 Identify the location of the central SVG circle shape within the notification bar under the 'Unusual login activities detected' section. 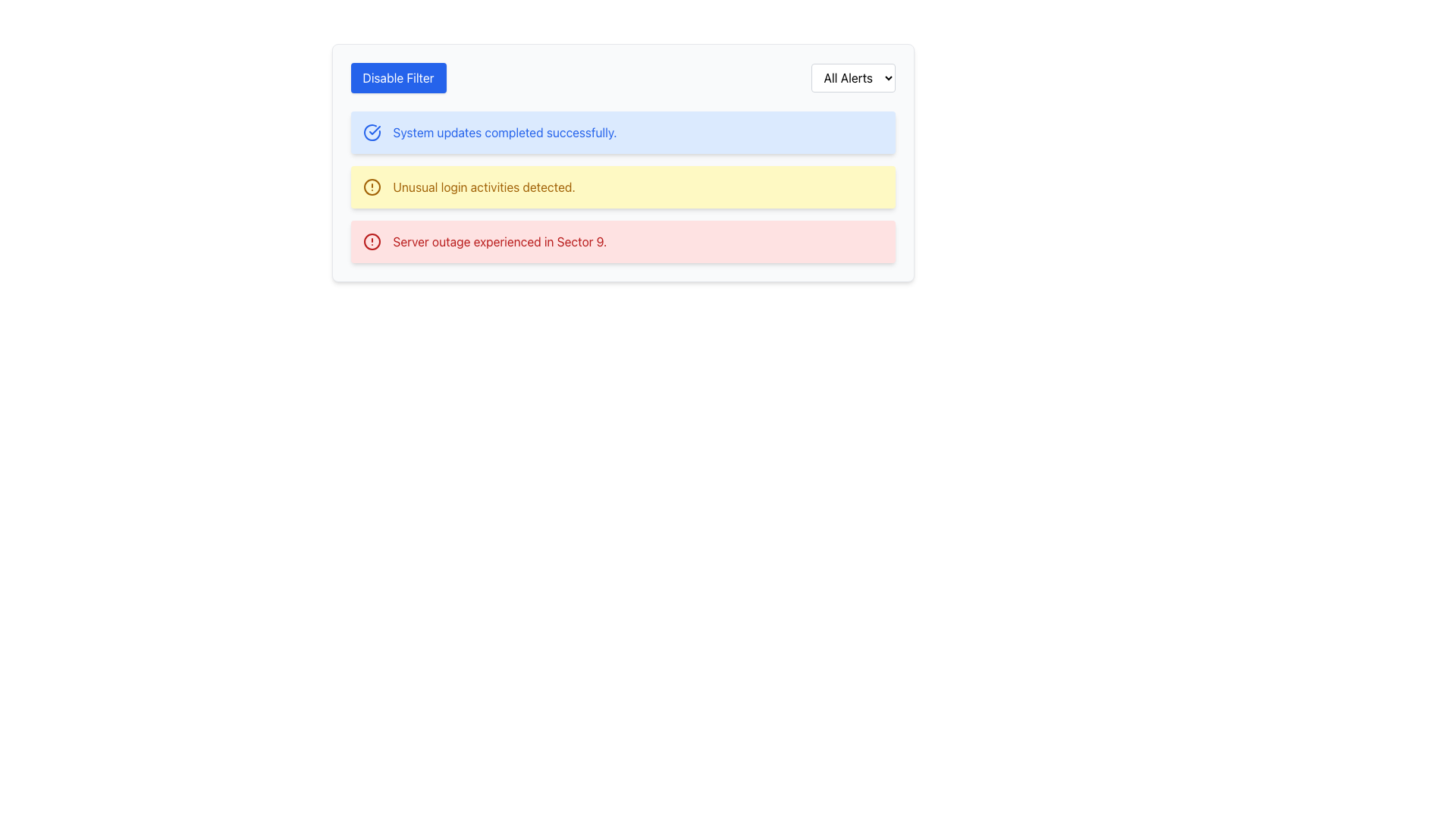
(372, 186).